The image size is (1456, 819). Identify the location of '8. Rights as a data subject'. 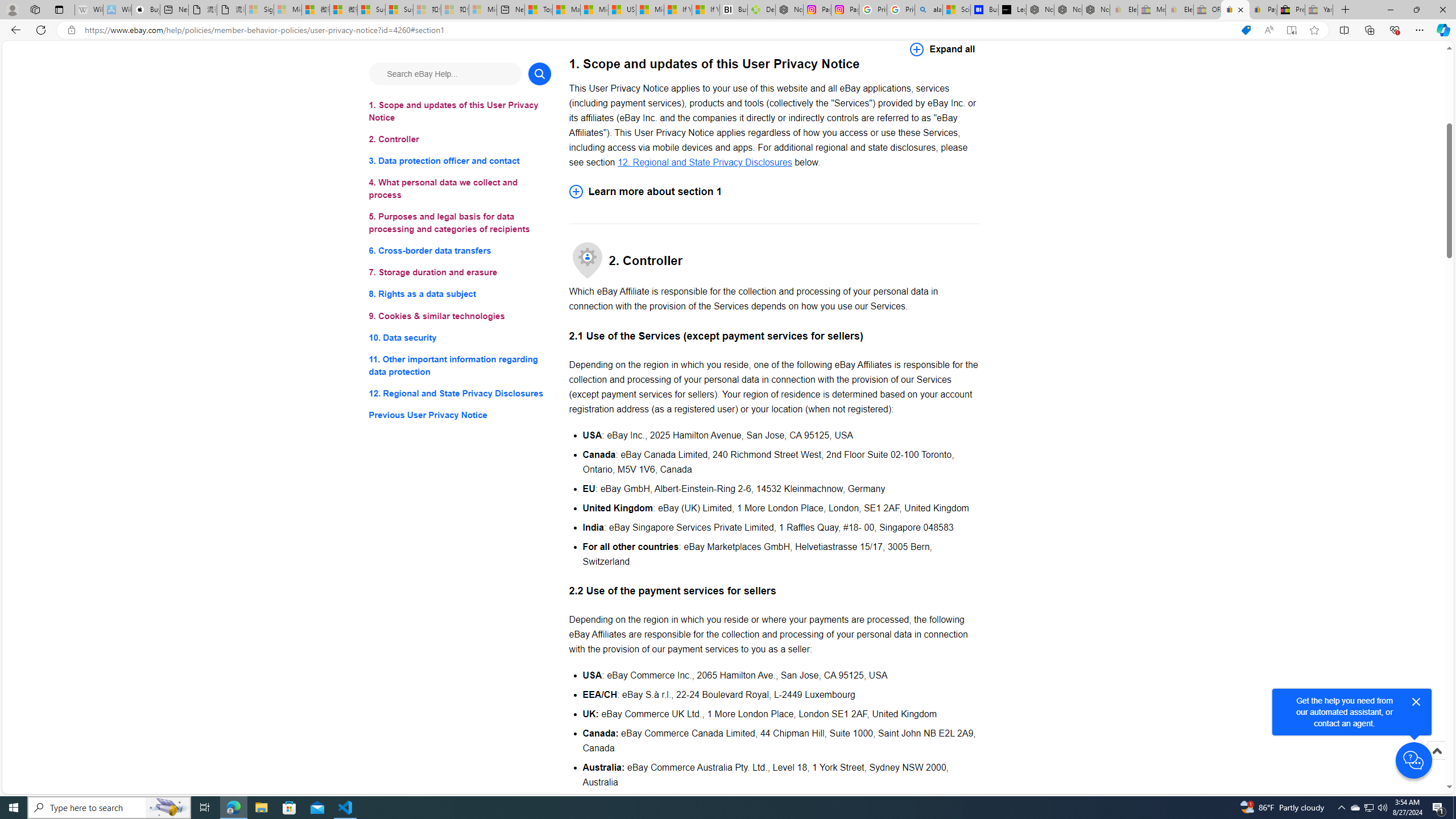
(459, 293).